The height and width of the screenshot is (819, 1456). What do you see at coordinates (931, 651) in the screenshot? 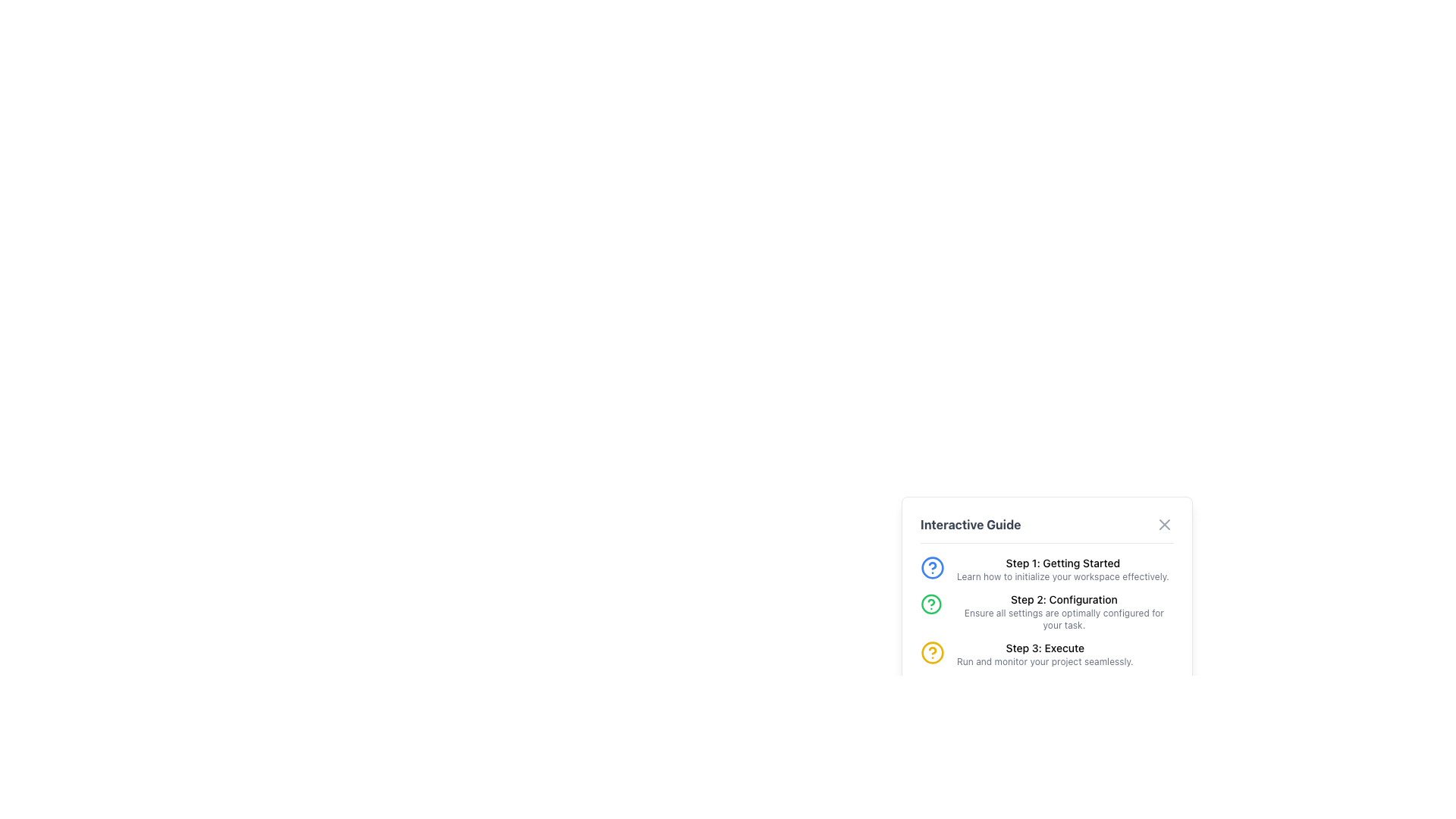
I see `the visual indicator for the third step of the interactive guide, labeled 'Step 3: Execute', located to the left of the 'Step 3' text` at bounding box center [931, 651].